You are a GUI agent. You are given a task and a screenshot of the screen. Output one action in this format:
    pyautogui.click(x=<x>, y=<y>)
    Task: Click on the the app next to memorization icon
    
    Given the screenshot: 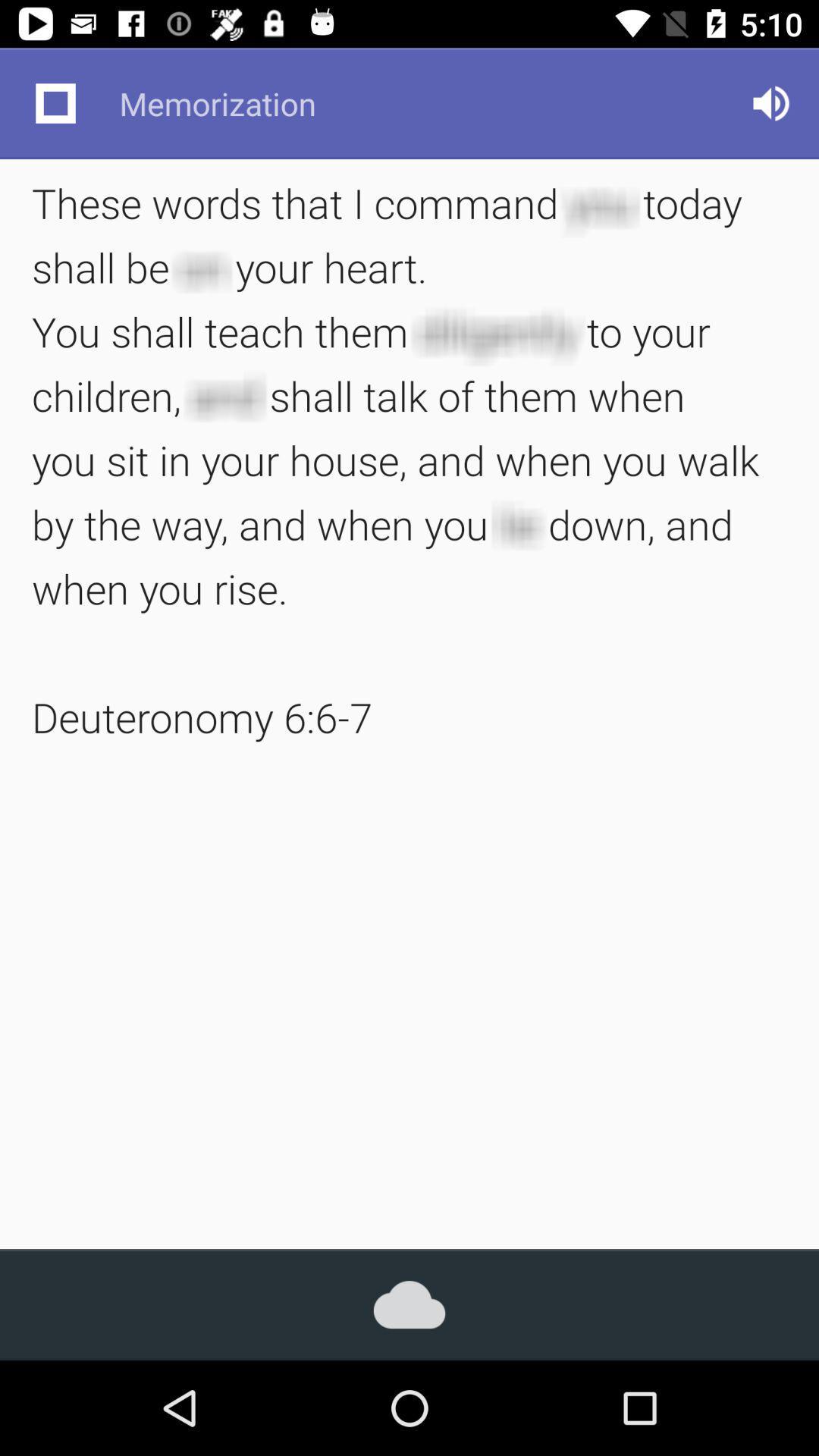 What is the action you would take?
    pyautogui.click(x=771, y=102)
    